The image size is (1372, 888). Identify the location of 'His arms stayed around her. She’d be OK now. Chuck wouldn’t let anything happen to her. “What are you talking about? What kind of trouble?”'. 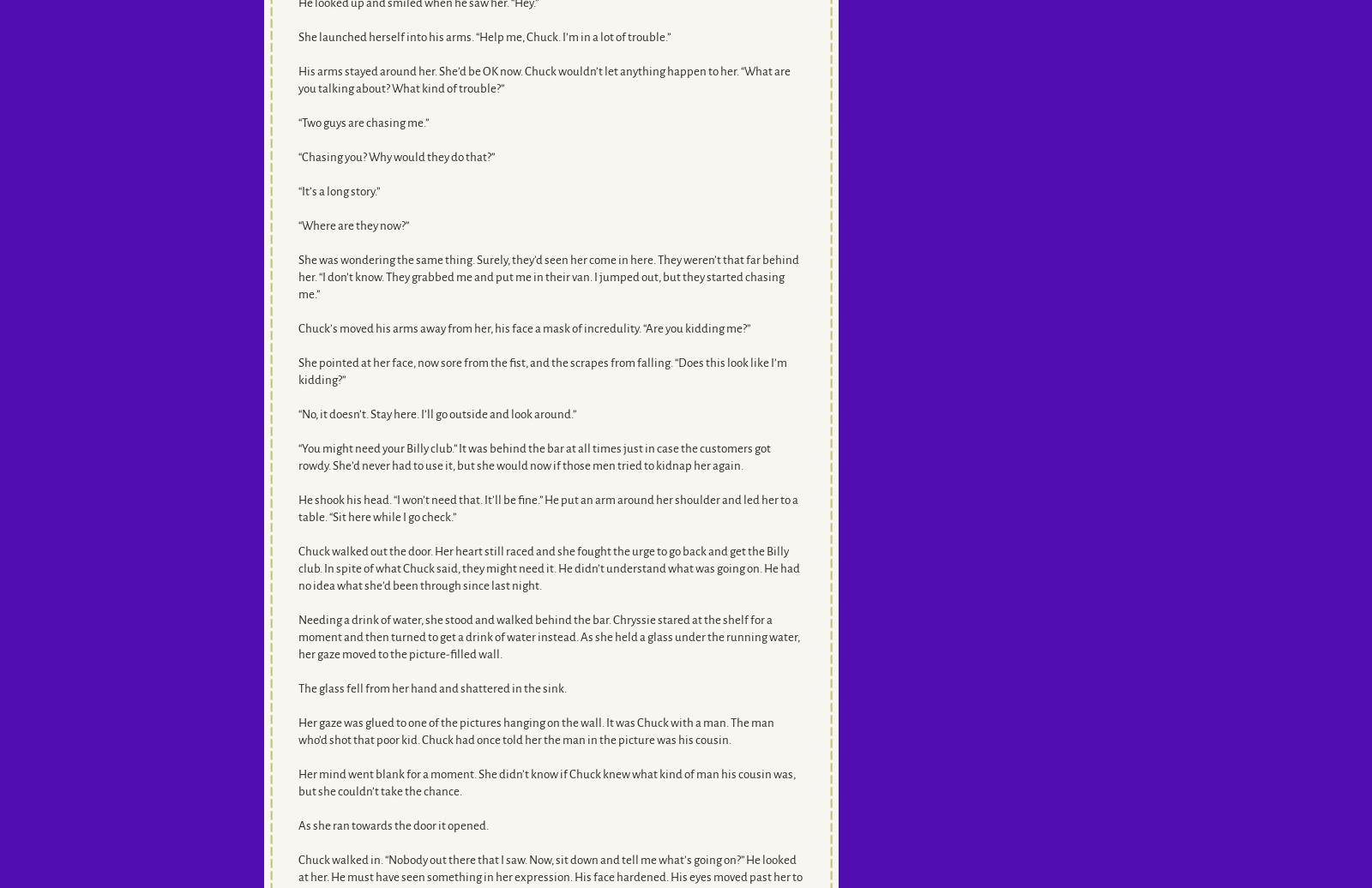
(544, 80).